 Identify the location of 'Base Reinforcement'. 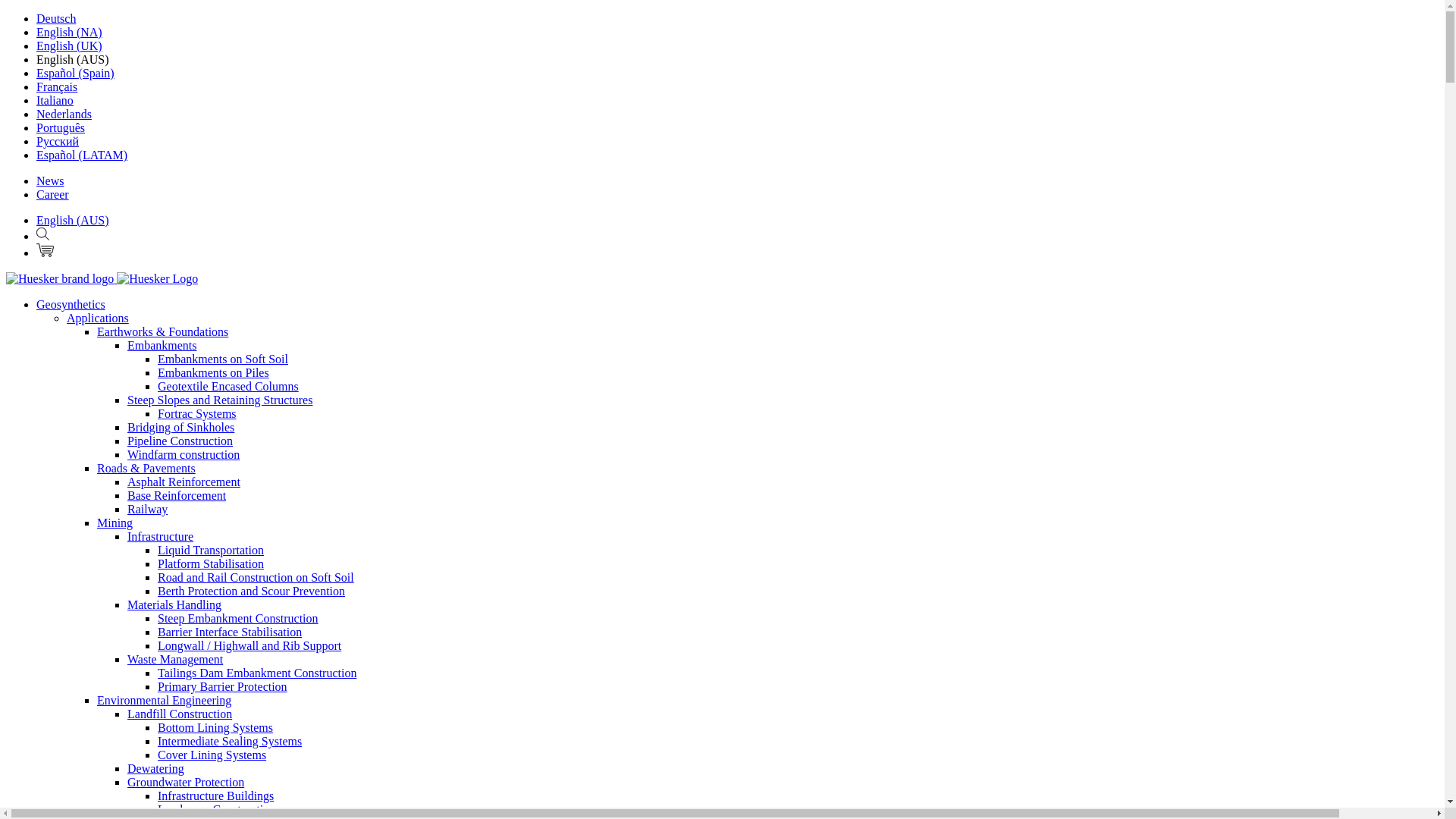
(177, 495).